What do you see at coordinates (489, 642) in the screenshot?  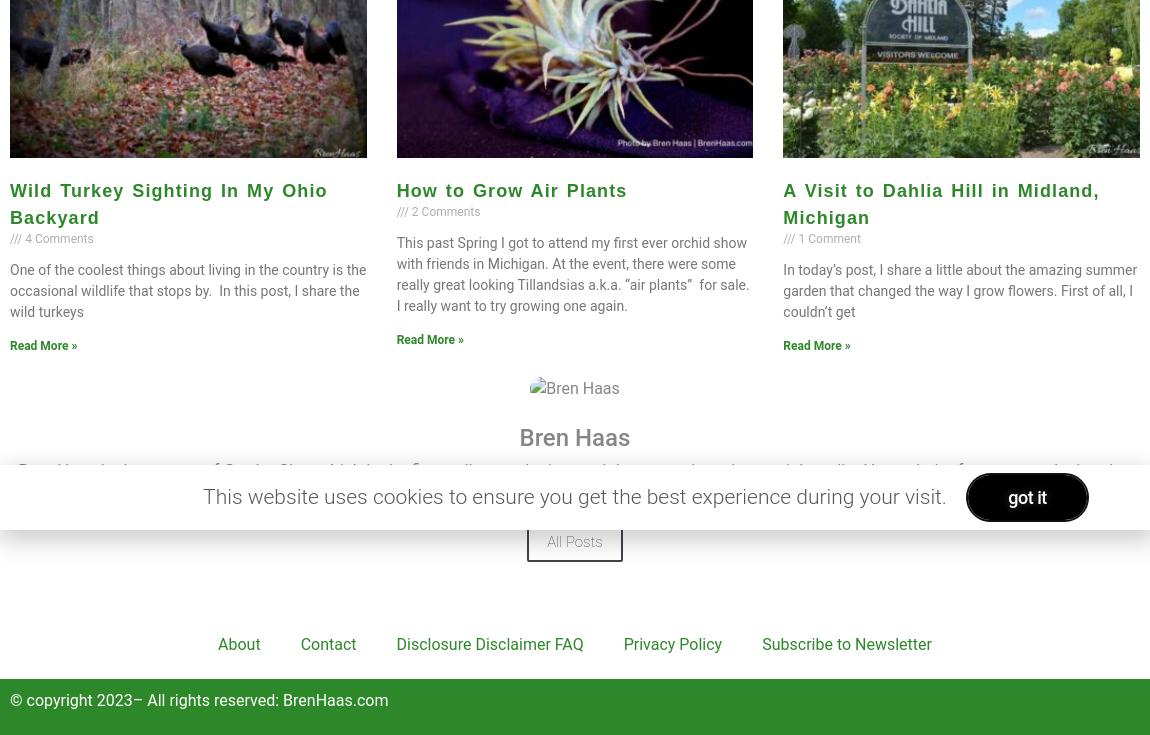 I see `'Disclosure Disclaimer FAQ'` at bounding box center [489, 642].